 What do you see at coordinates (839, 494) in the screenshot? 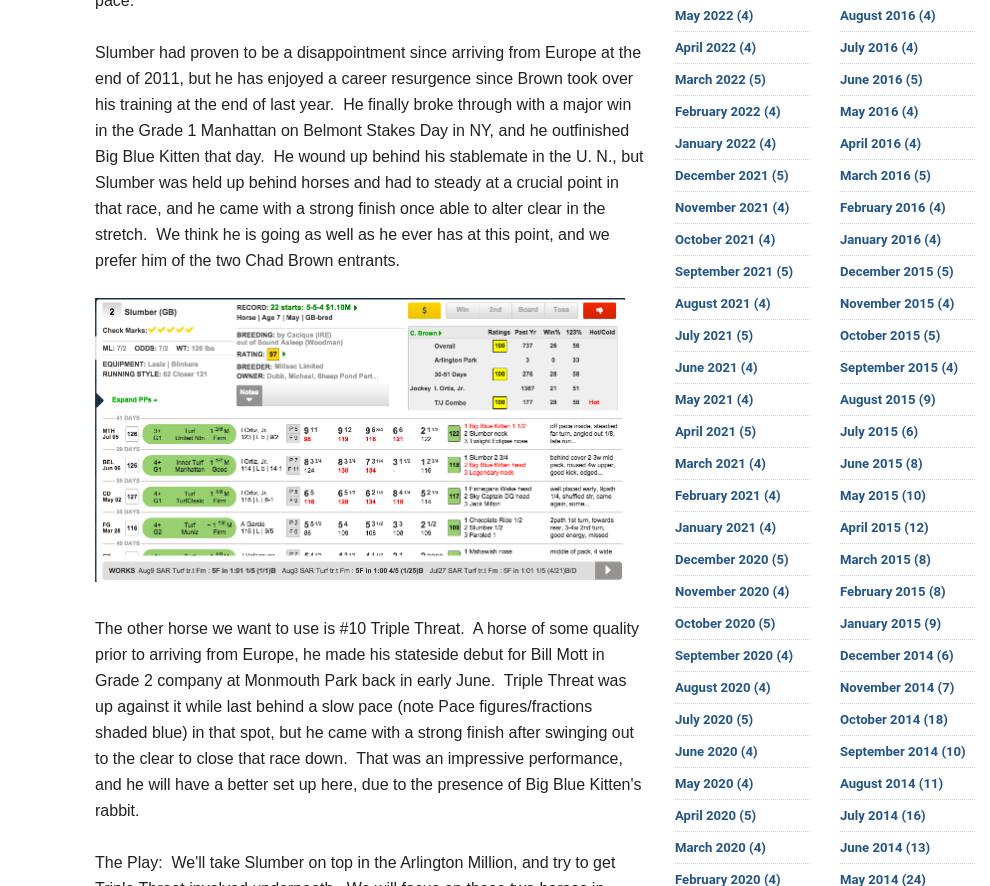
I see `'May 2015 (10)'` at bounding box center [839, 494].